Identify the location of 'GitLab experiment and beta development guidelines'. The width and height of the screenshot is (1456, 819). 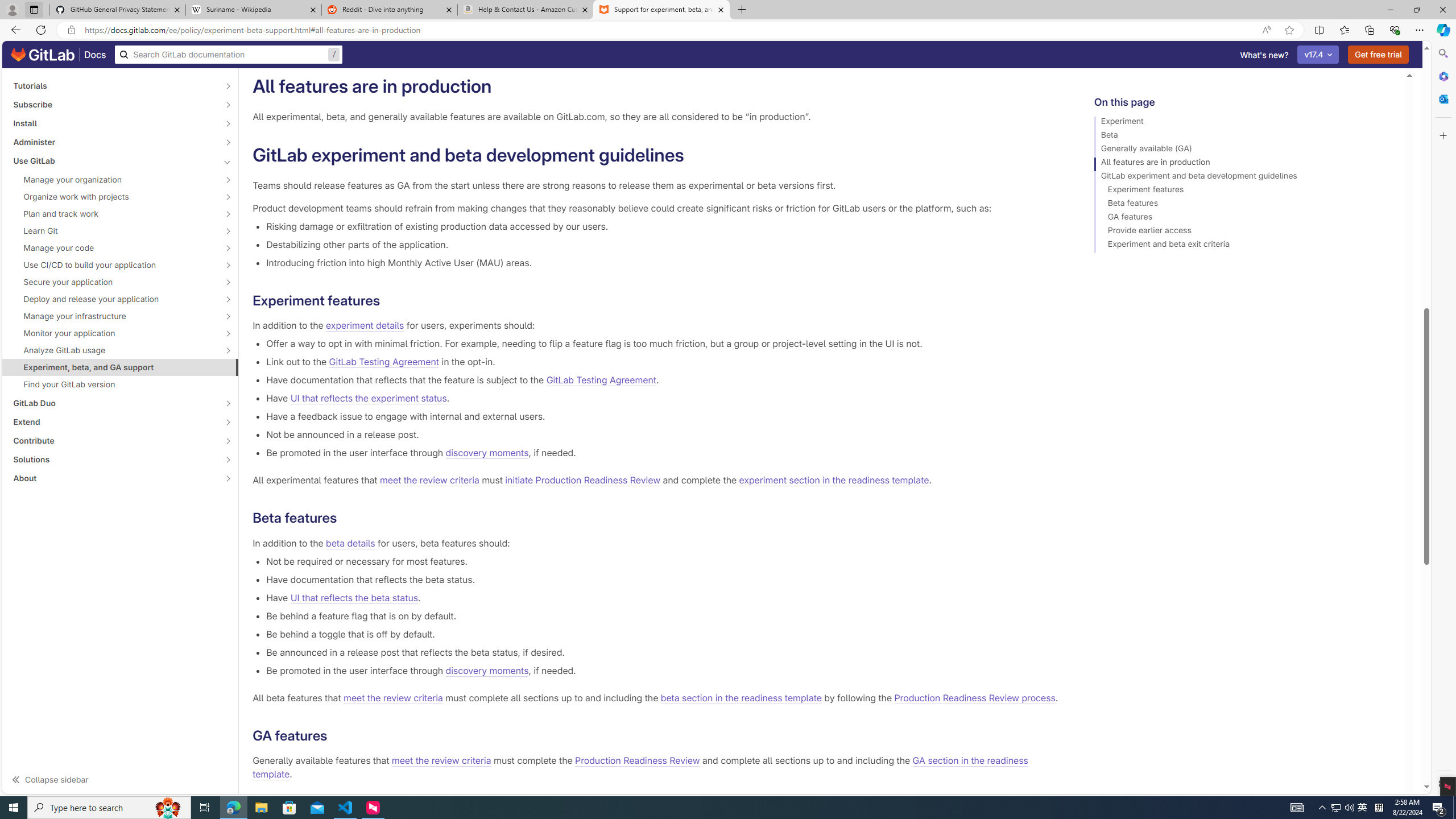
(1244, 177).